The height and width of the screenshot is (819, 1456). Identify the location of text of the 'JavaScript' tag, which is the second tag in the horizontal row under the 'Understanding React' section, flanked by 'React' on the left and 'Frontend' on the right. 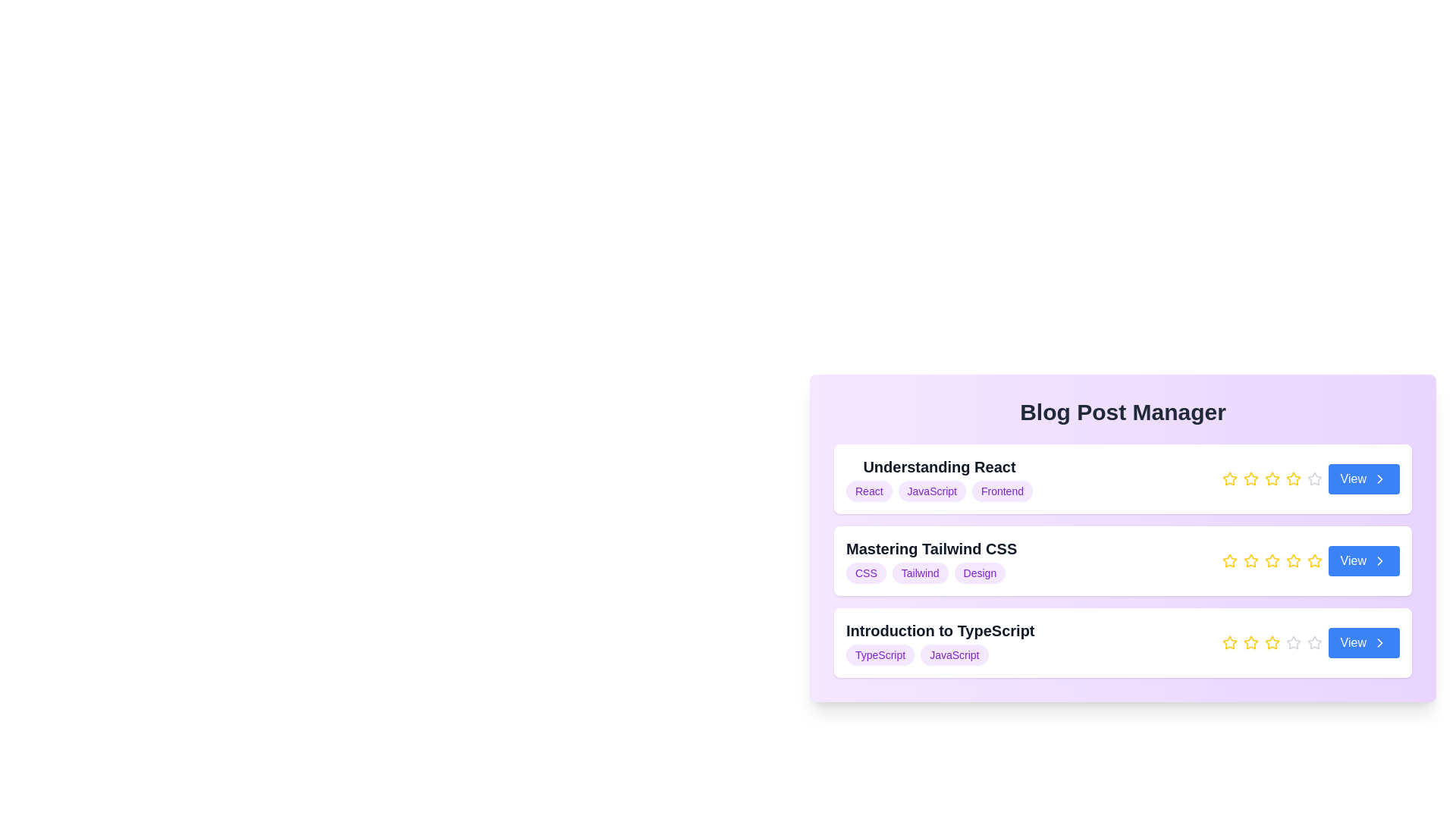
(931, 491).